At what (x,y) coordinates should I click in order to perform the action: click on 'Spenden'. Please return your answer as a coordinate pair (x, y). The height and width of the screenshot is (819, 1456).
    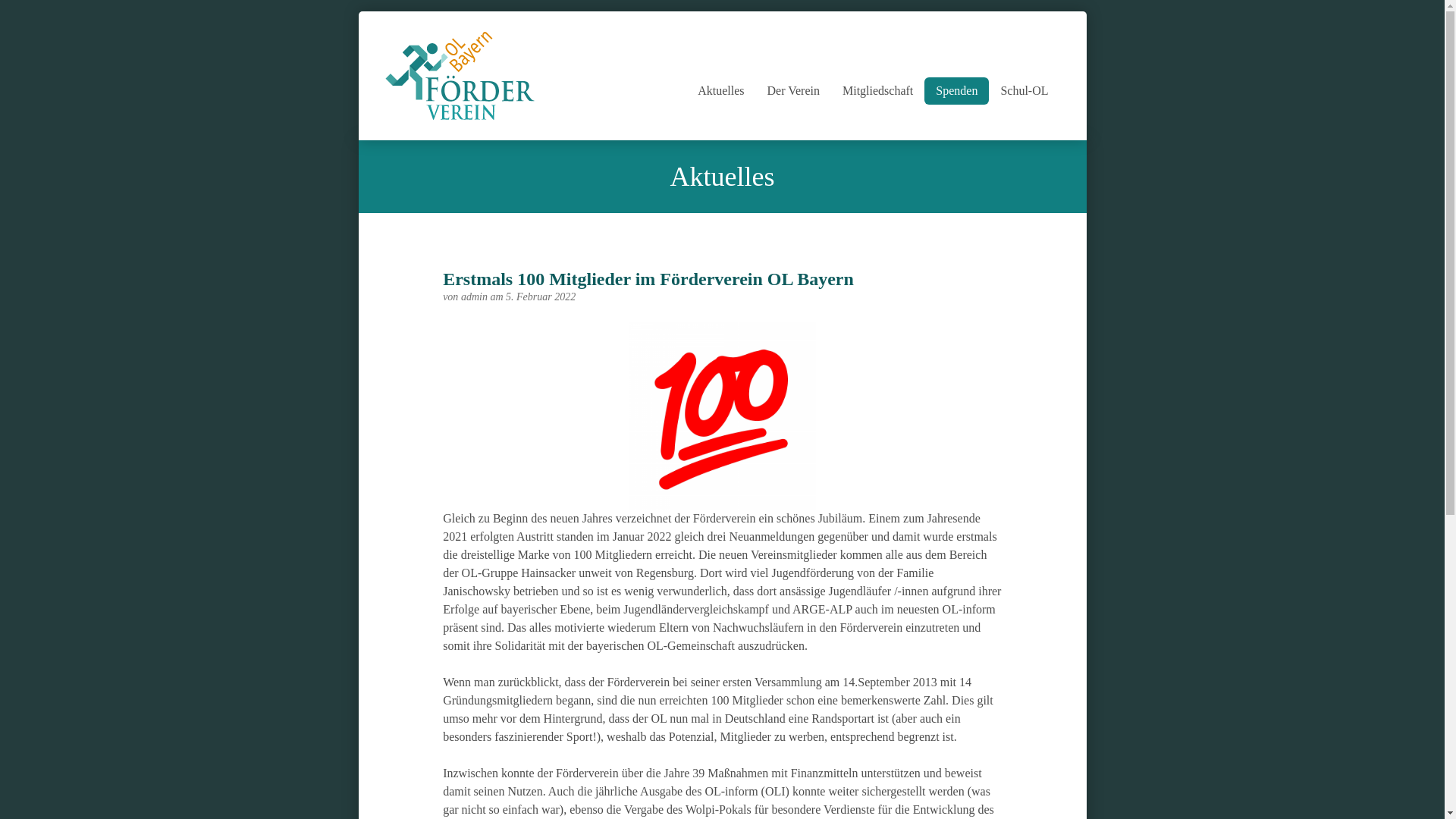
    Looking at the image, I should click on (955, 90).